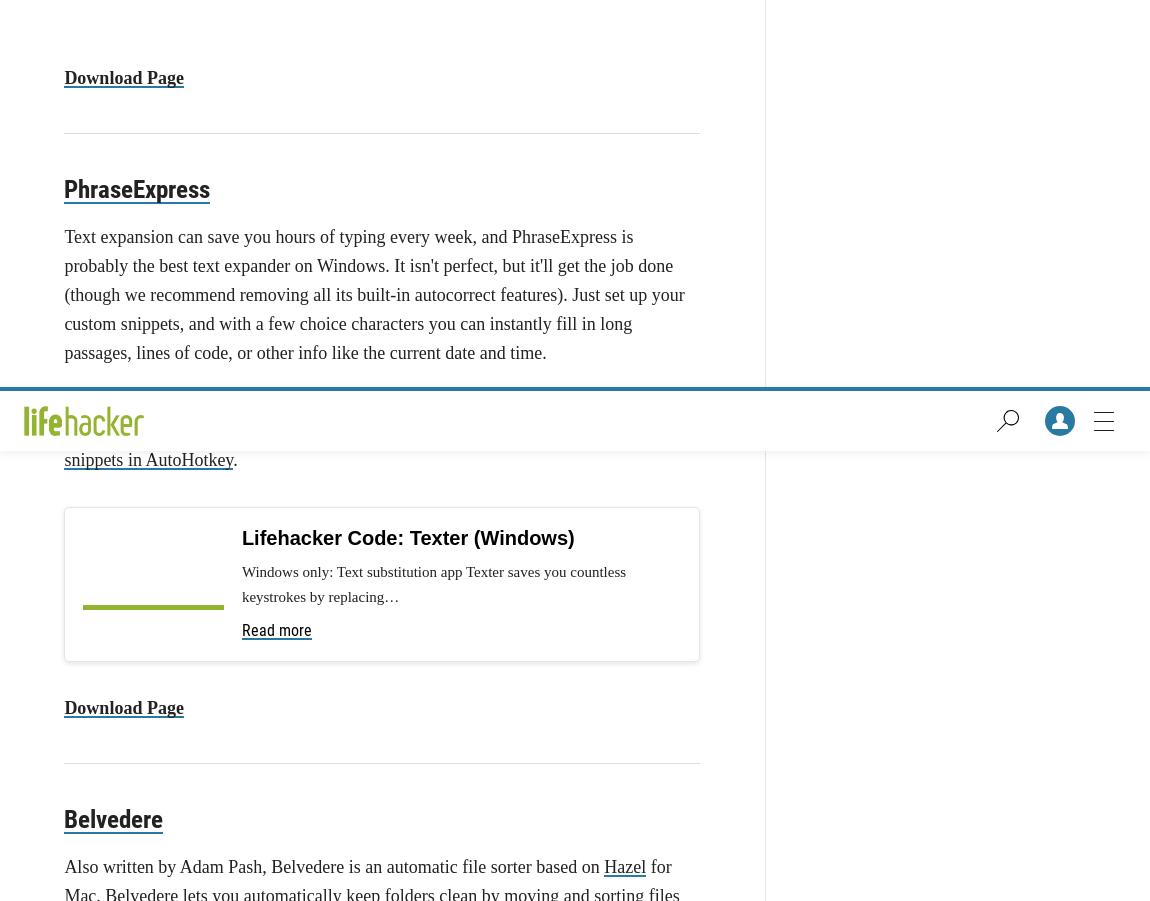 Image resolution: width=1150 pixels, height=901 pixels. I want to click on 'FlashBlock for Firefox', so click(145, 268).